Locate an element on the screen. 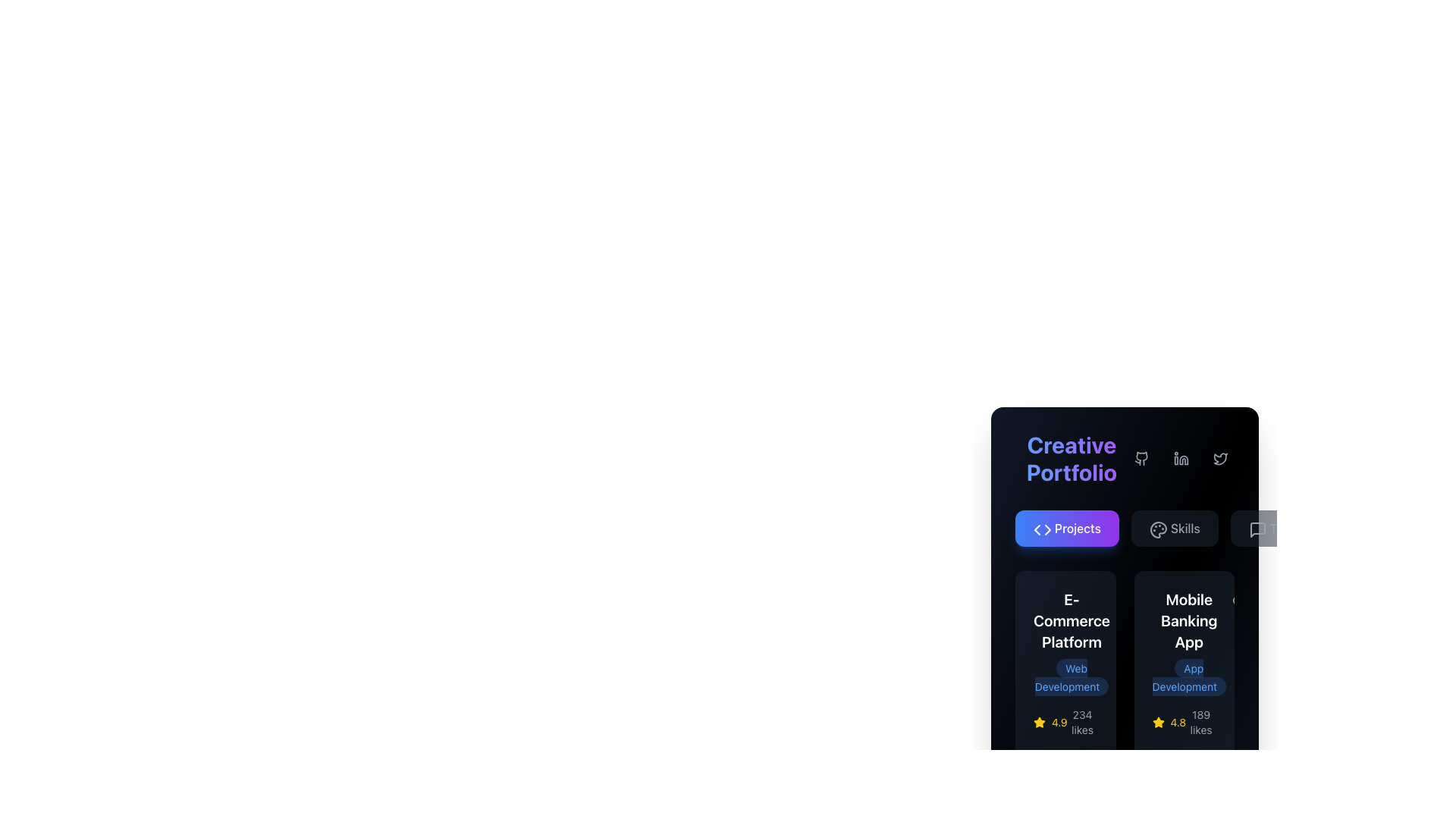 This screenshot has height=819, width=1456. the rating value displayed as '4.8' next to the yellow star icon in the 'Mobile Banking App' card located in the lower section of the card is located at coordinates (1168, 721).